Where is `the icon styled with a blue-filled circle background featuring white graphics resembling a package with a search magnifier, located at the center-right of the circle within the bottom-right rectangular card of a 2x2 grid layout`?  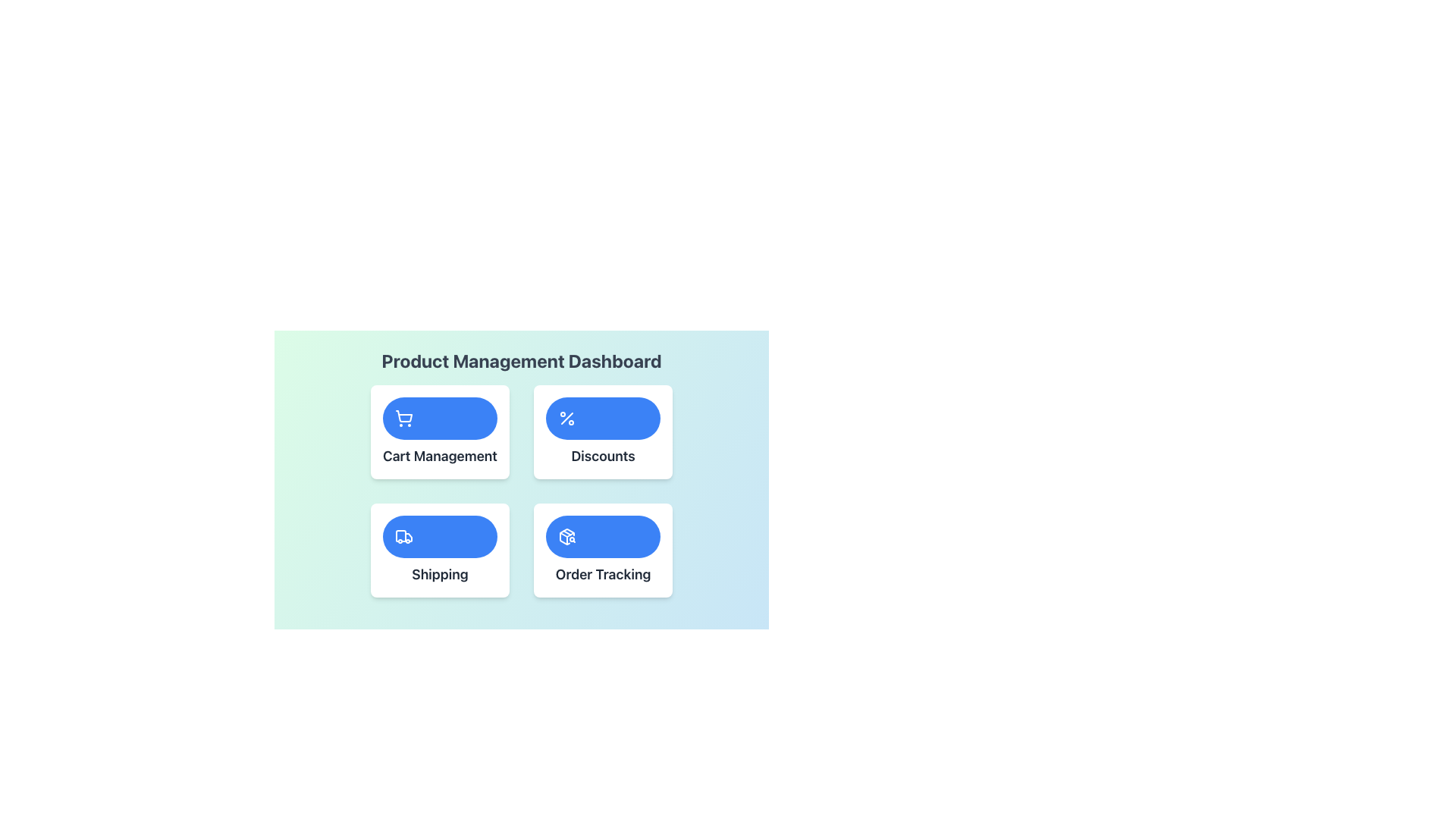
the icon styled with a blue-filled circle background featuring white graphics resembling a package with a search magnifier, located at the center-right of the circle within the bottom-right rectangular card of a 2x2 grid layout is located at coordinates (566, 536).